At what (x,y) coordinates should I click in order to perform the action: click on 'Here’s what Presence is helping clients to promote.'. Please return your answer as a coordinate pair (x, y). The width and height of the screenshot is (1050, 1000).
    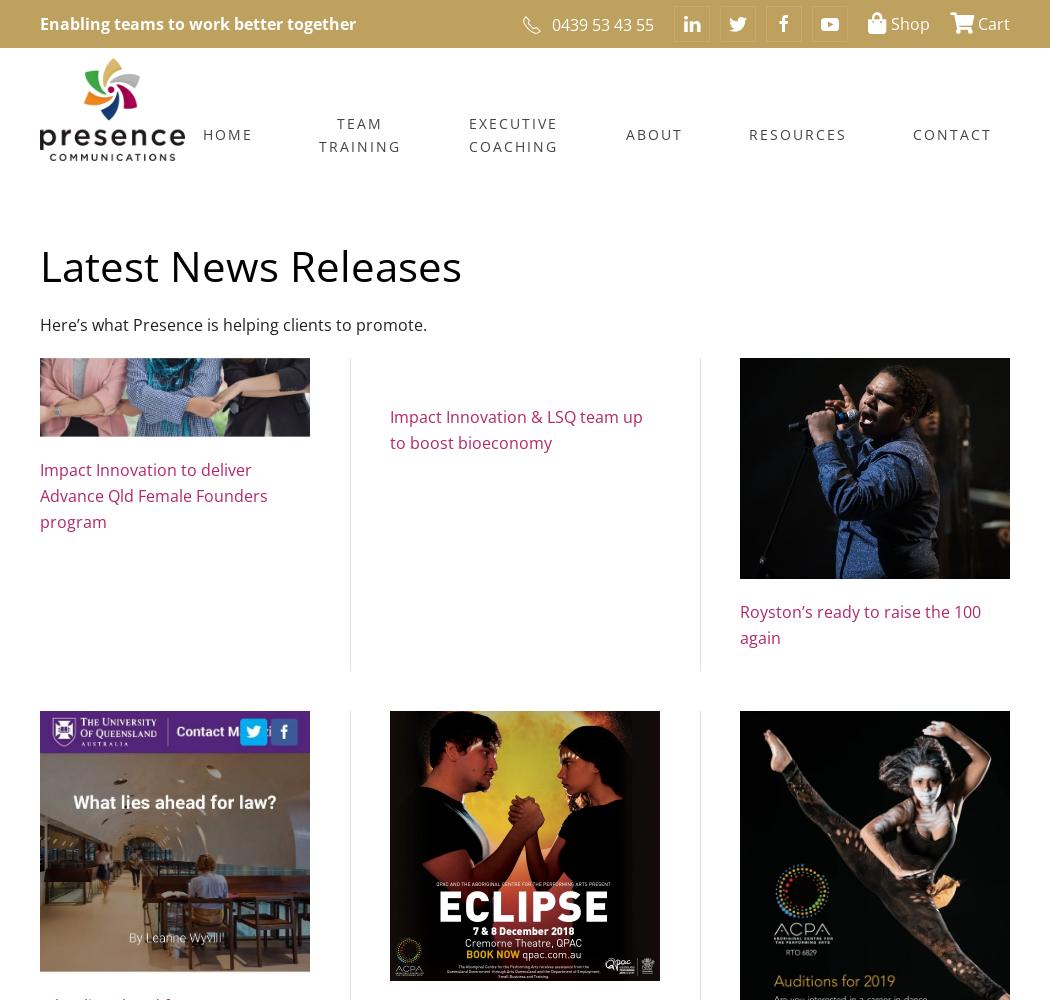
    Looking at the image, I should click on (39, 323).